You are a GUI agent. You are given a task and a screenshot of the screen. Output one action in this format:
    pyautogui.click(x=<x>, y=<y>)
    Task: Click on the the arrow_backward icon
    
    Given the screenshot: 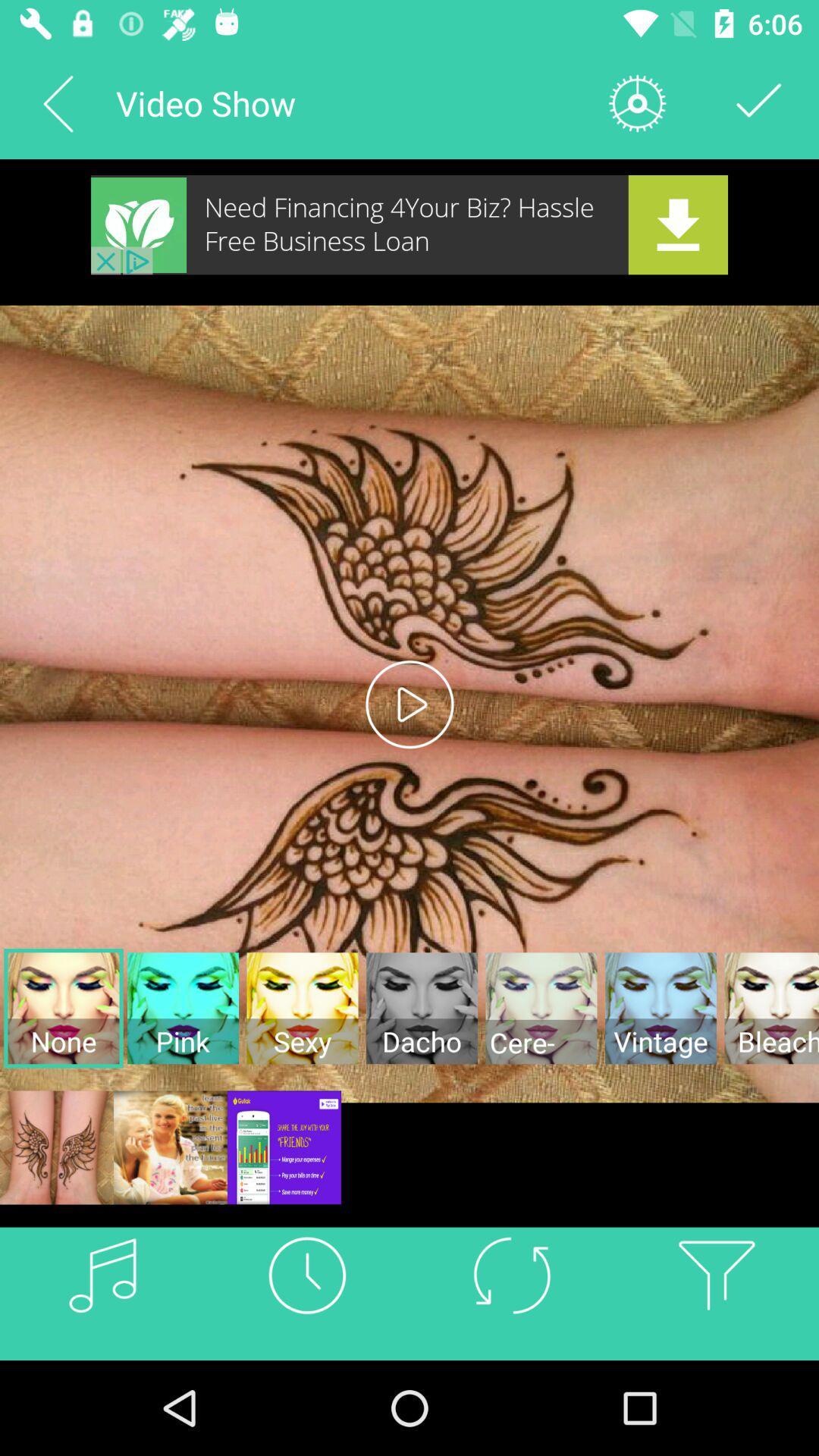 What is the action you would take?
    pyautogui.click(x=57, y=102)
    